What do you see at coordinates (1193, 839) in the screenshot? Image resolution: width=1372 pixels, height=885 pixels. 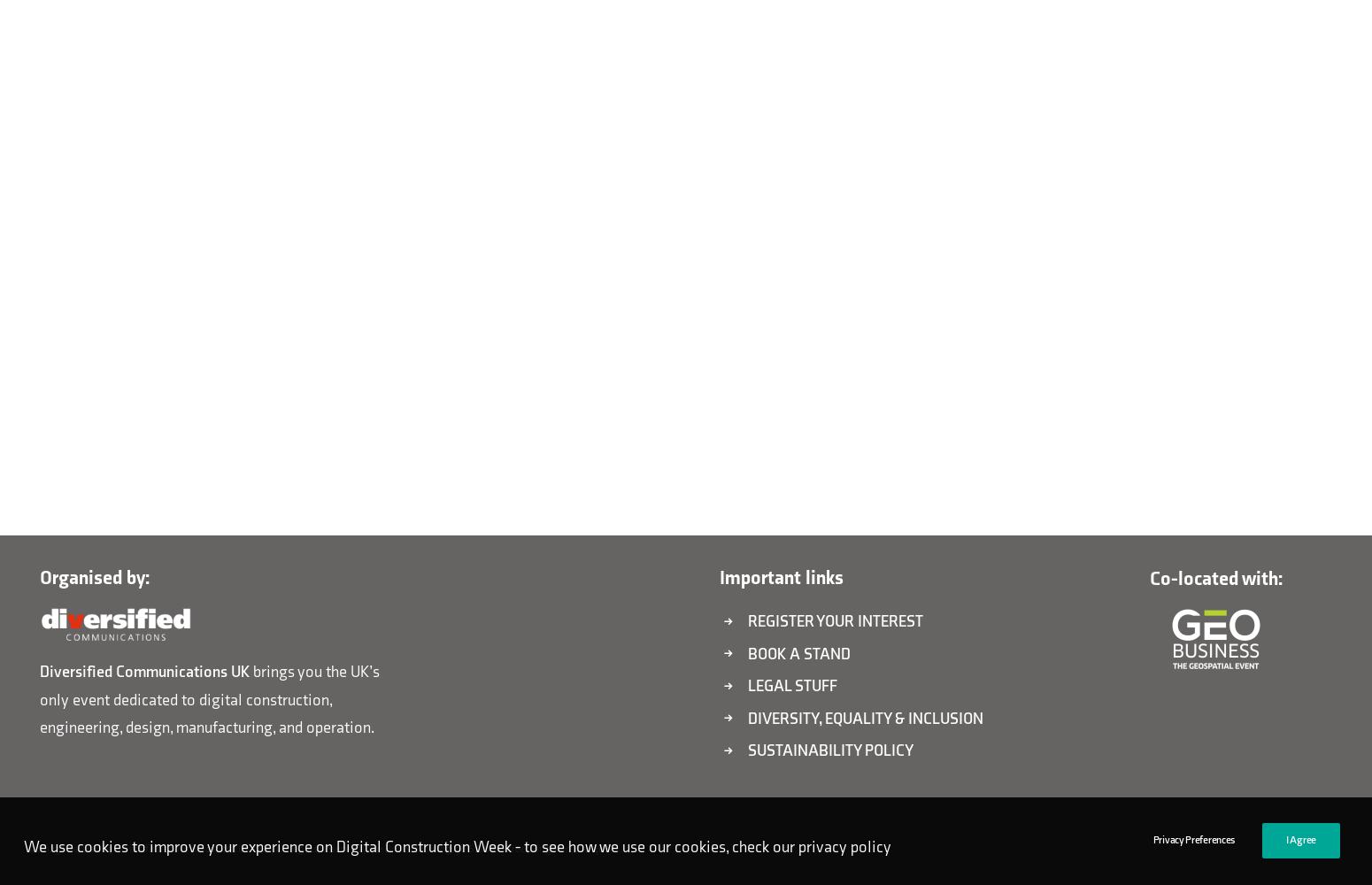 I see `'Privacy Preferences'` at bounding box center [1193, 839].